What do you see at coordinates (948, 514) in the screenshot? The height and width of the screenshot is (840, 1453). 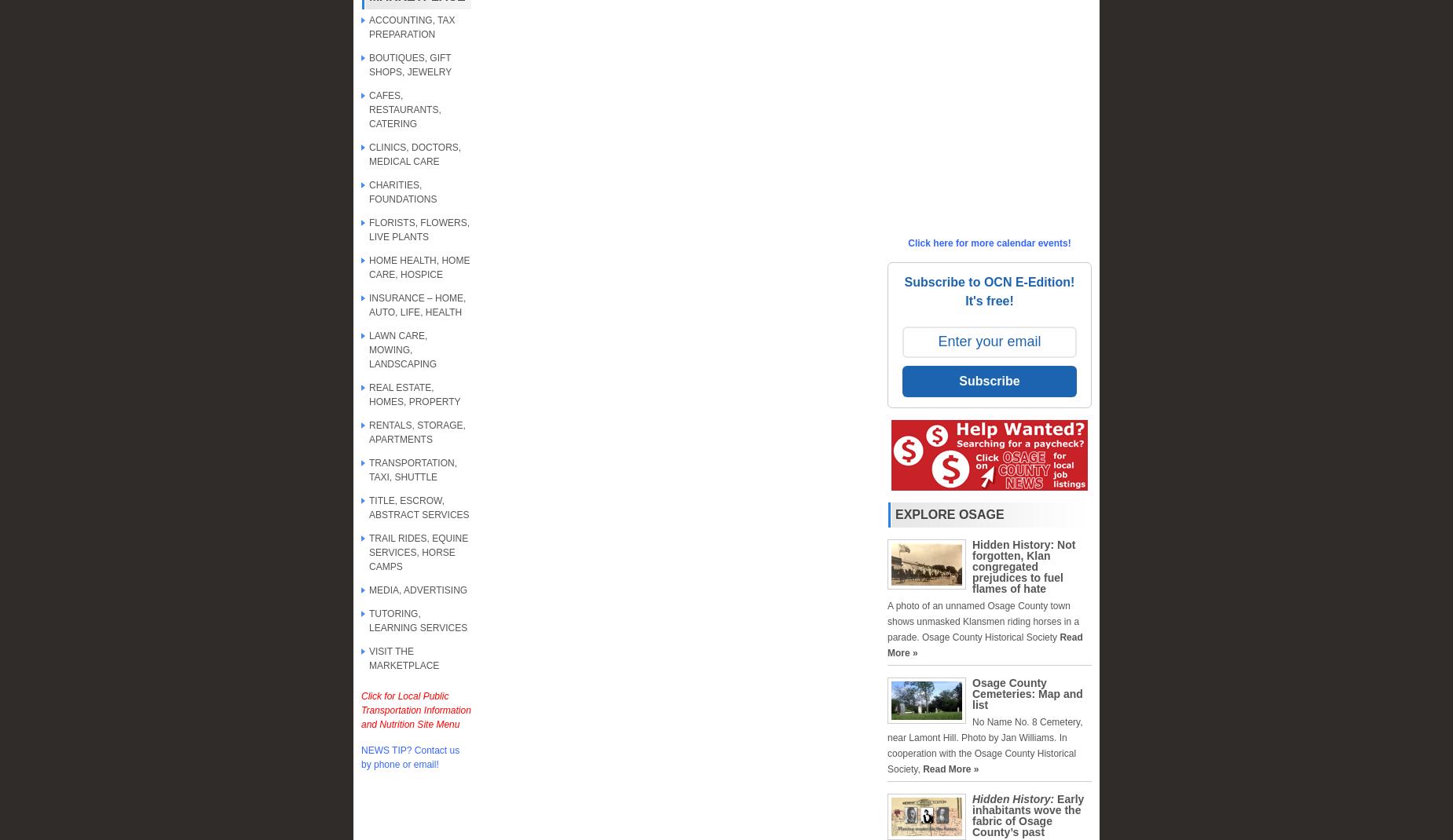 I see `'Explore Osage'` at bounding box center [948, 514].